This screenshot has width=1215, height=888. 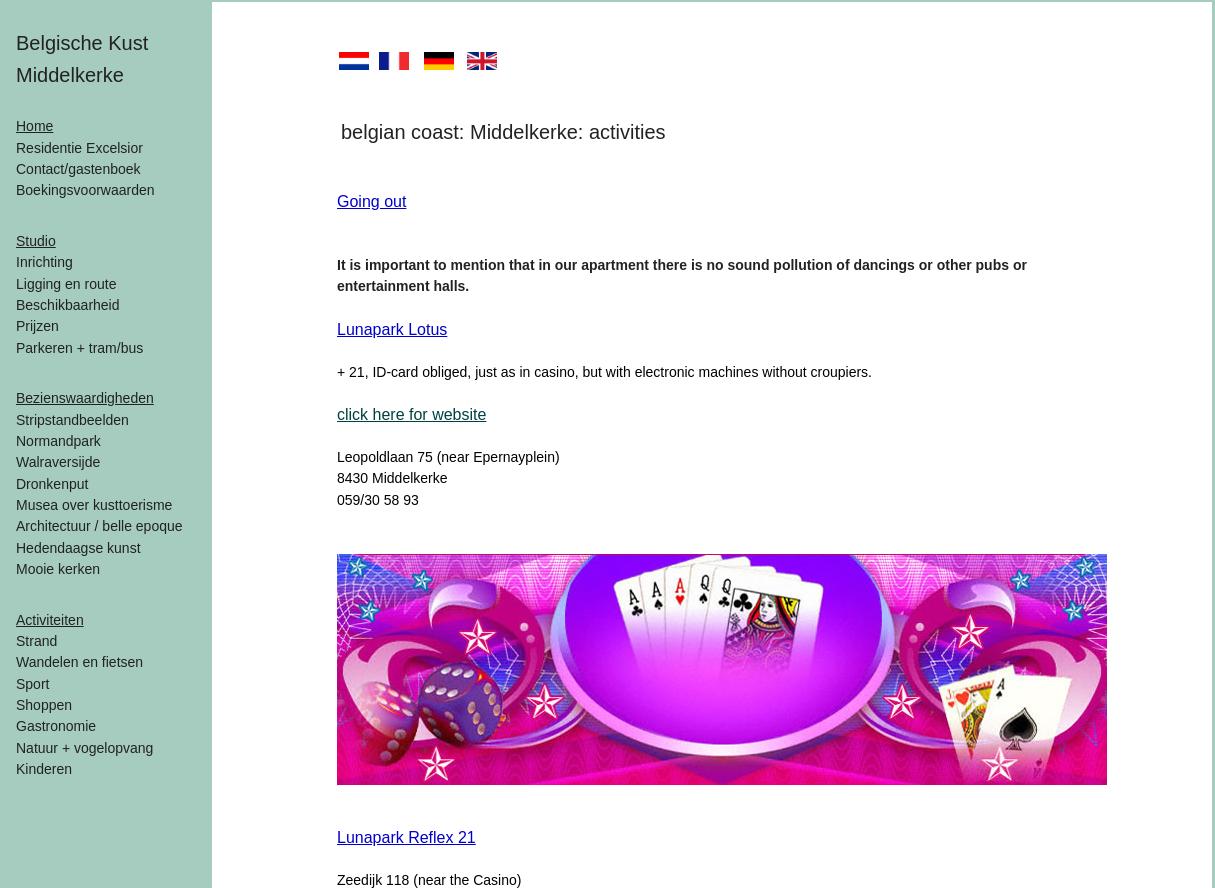 What do you see at coordinates (99, 524) in the screenshot?
I see `'Architectuur / belle epoque'` at bounding box center [99, 524].